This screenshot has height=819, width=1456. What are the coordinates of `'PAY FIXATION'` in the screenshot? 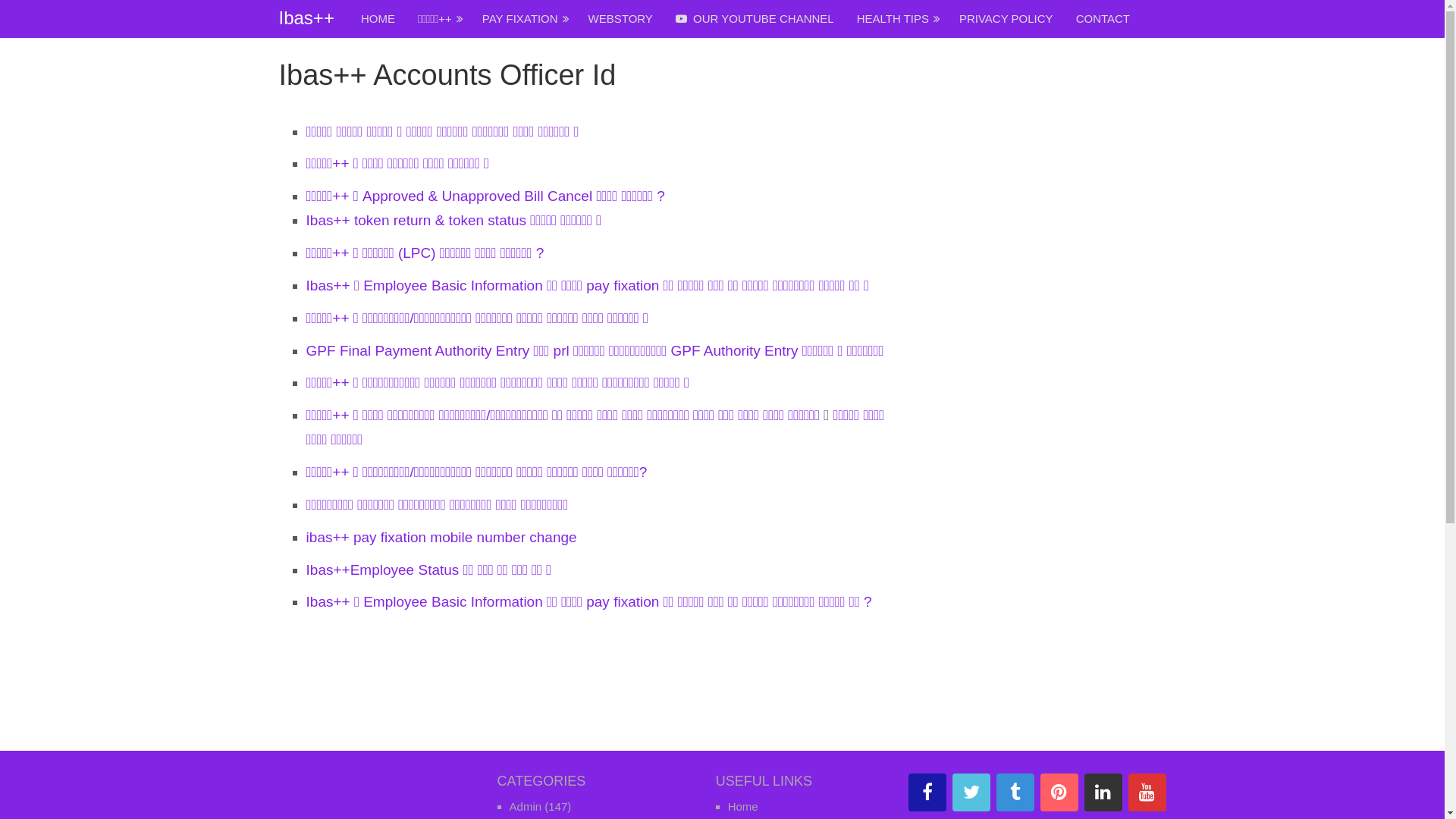 It's located at (524, 18).